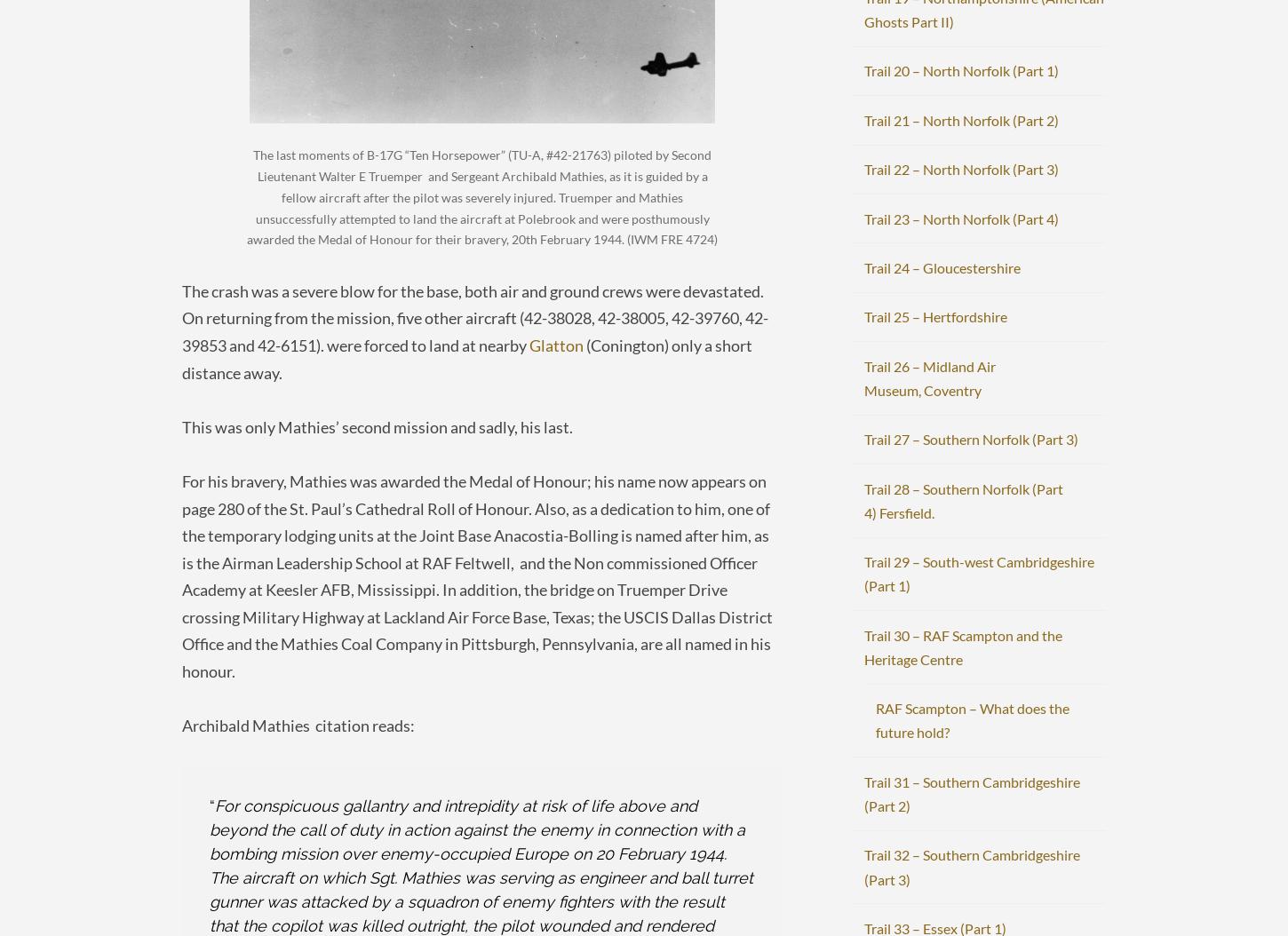  Describe the element at coordinates (467, 357) in the screenshot. I see `'(Conington) only a short distance away.'` at that location.